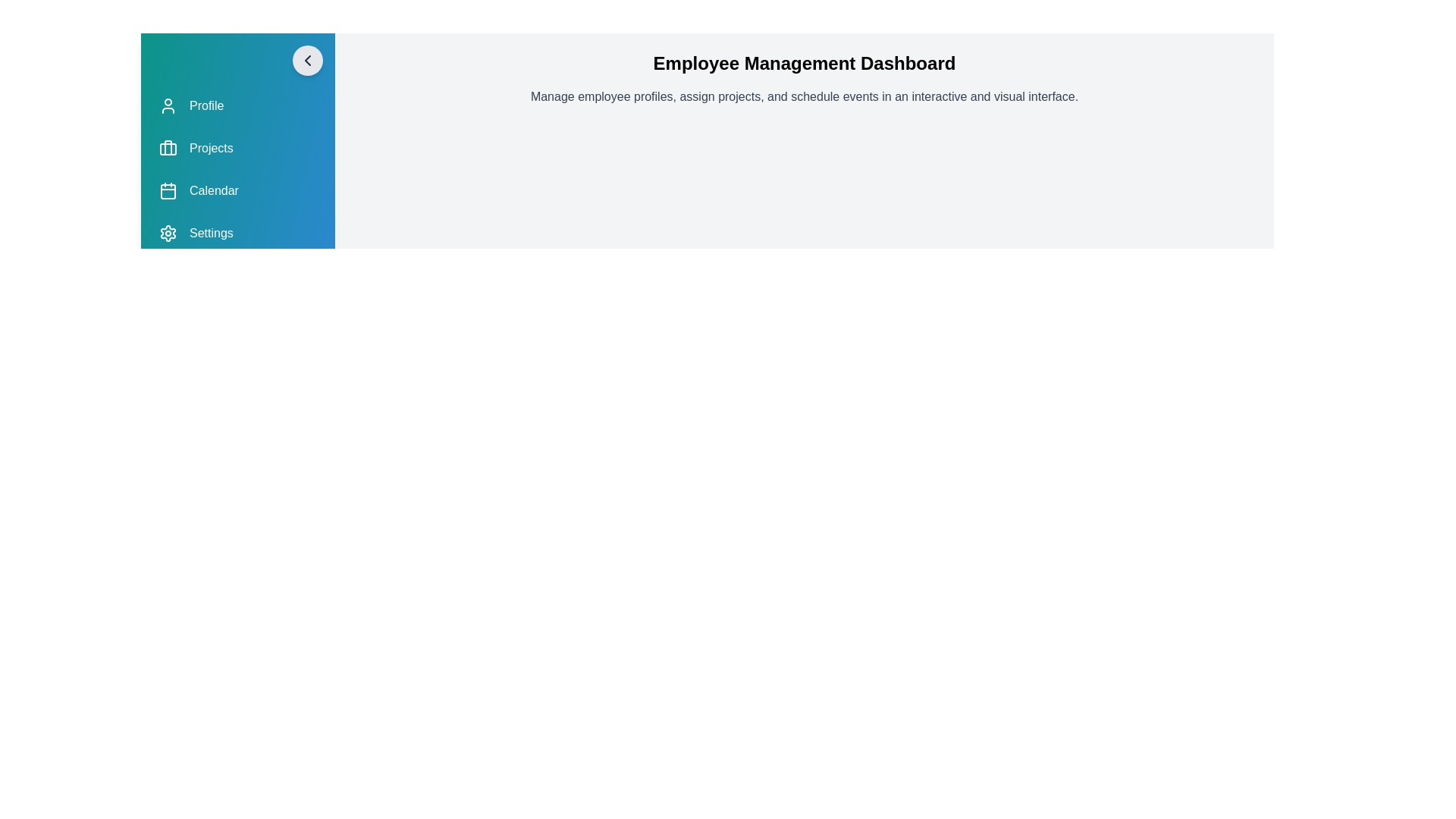  What do you see at coordinates (237, 105) in the screenshot?
I see `the navigation item Profile from the drawer` at bounding box center [237, 105].